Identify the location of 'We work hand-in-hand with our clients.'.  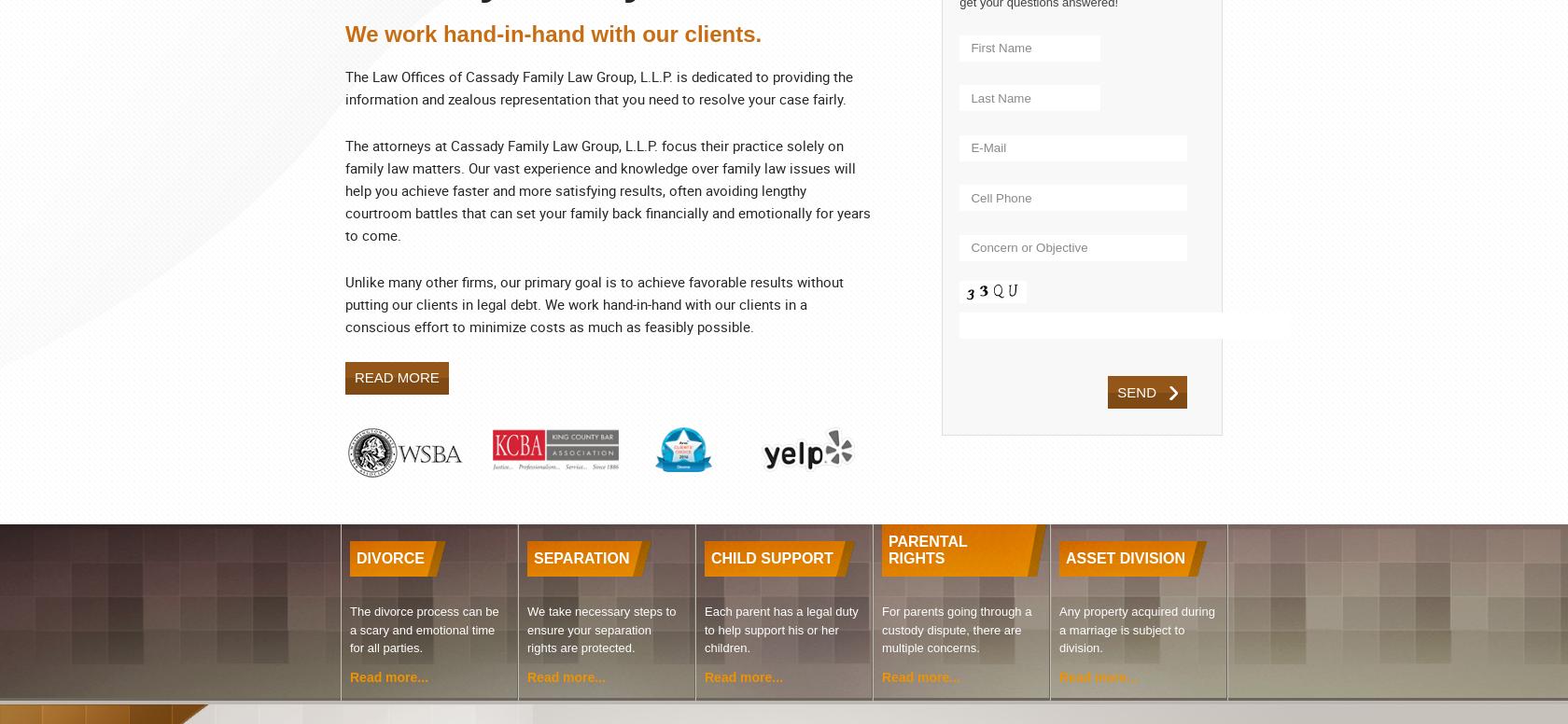
(553, 33).